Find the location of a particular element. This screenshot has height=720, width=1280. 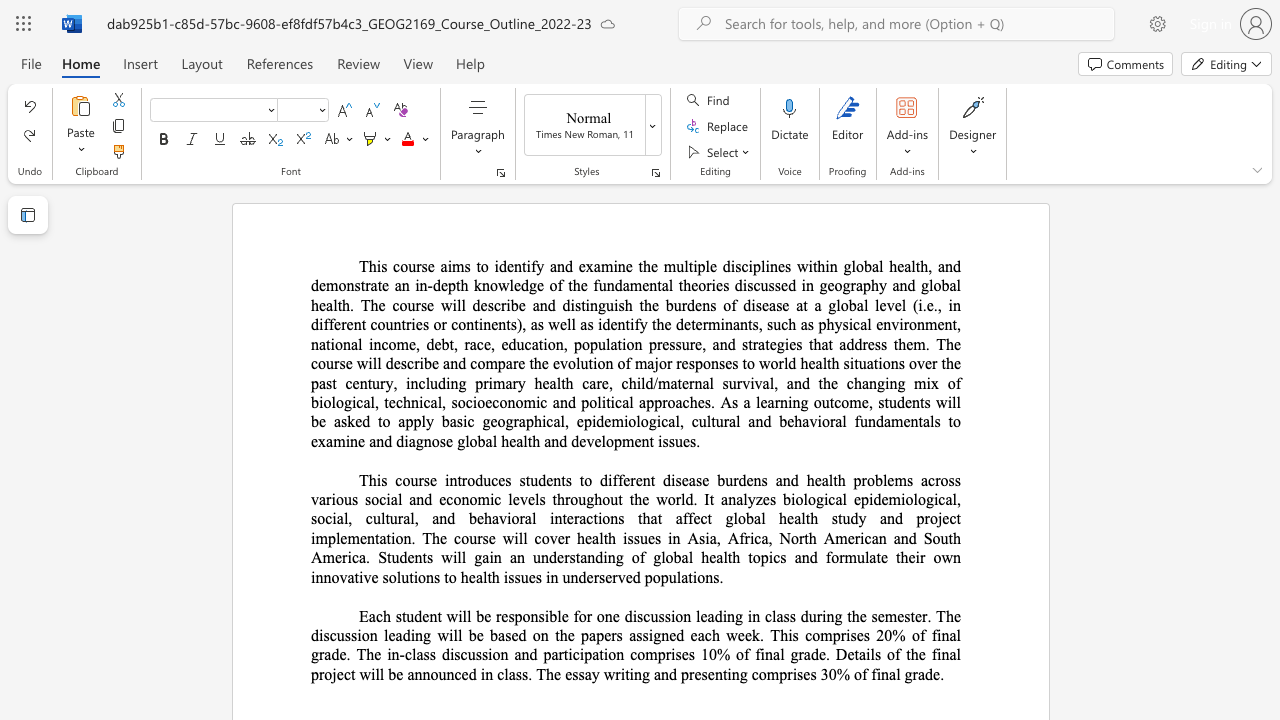

the subset text "in class. The essay writing and present" within the text "project will be announced in class. The essay writing and presenting comprises 30% of final grade." is located at coordinates (480, 674).